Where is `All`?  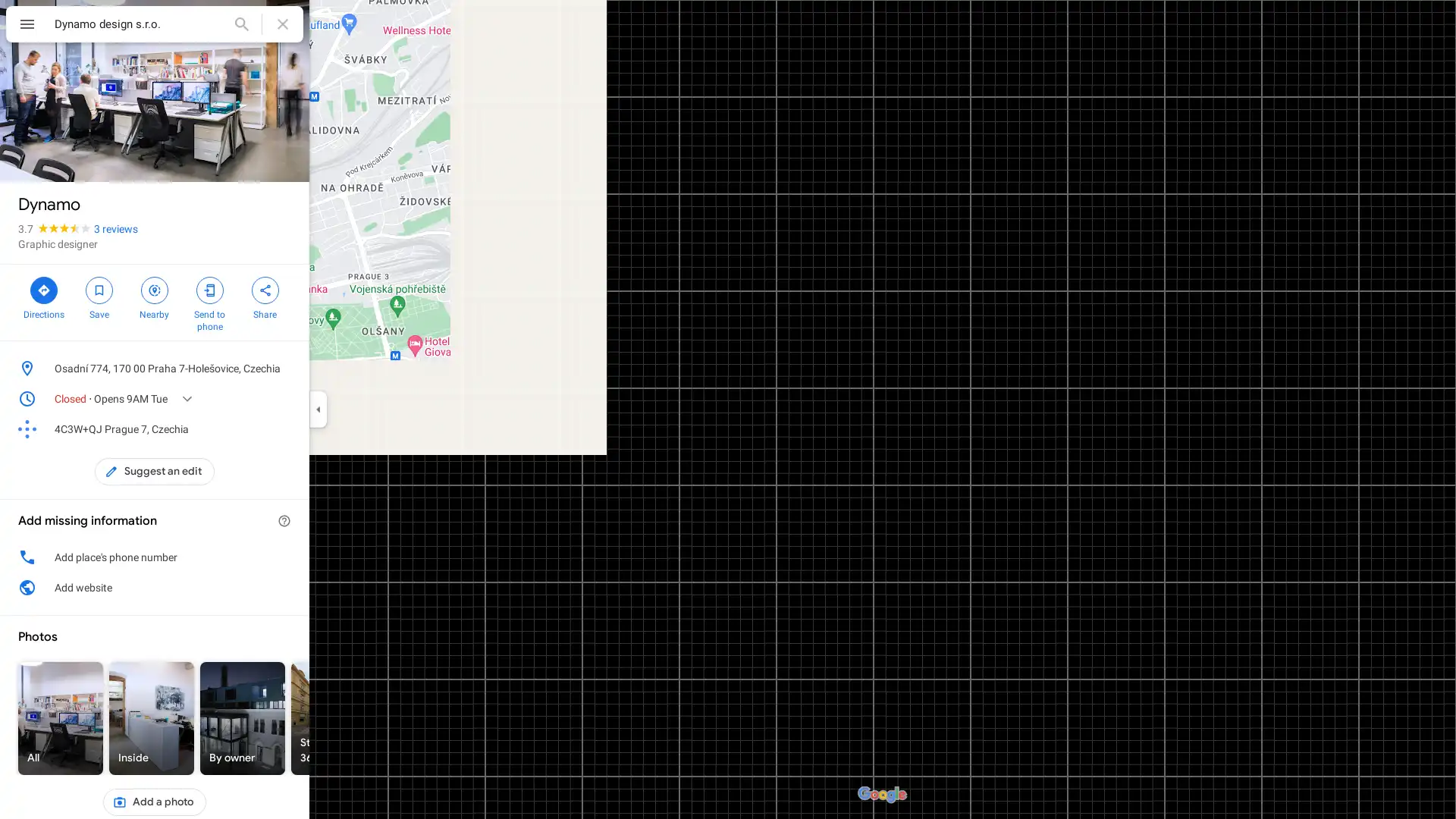 All is located at coordinates (61, 717).